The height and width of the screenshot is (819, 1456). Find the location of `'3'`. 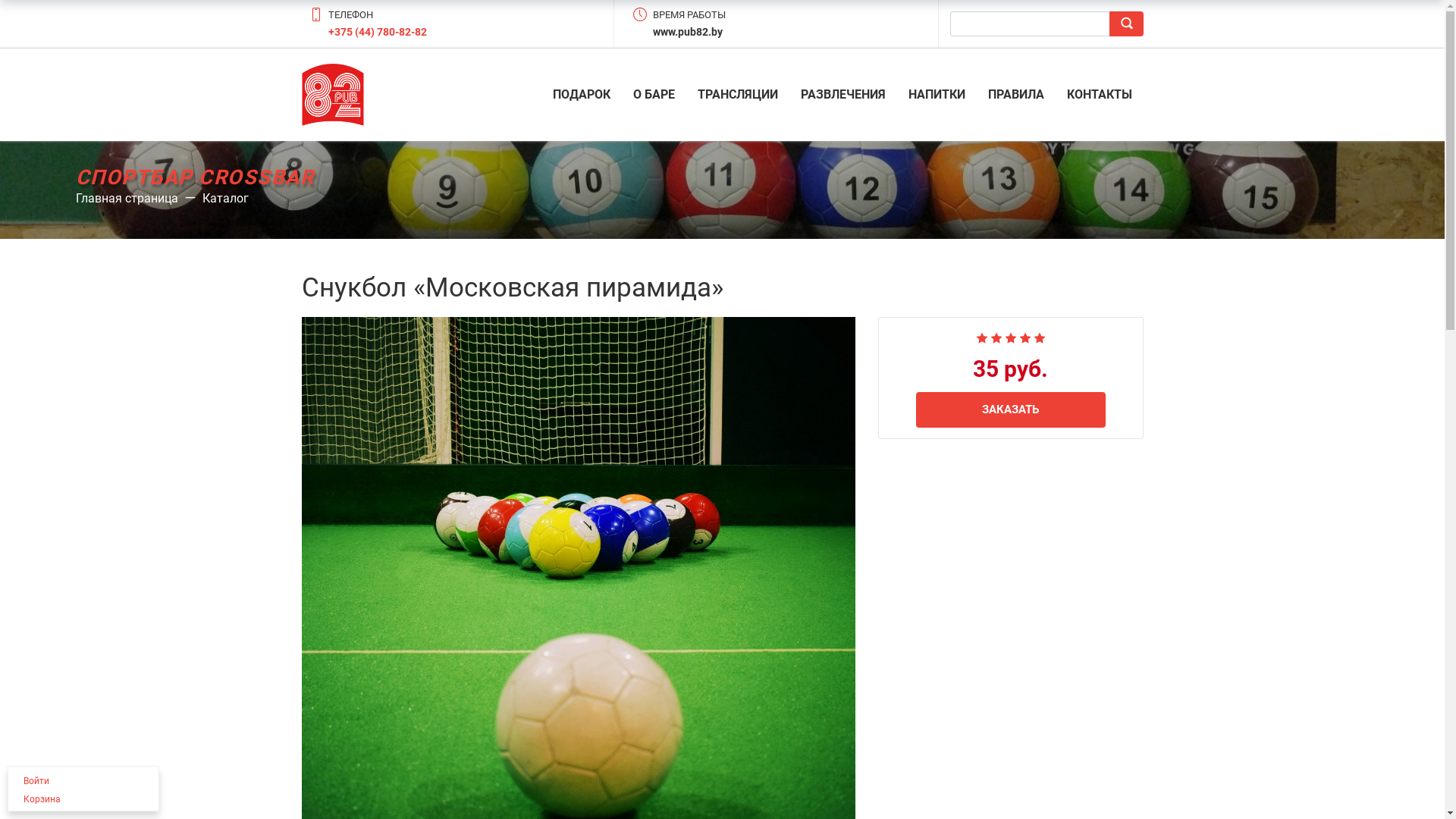

'3' is located at coordinates (1009, 335).